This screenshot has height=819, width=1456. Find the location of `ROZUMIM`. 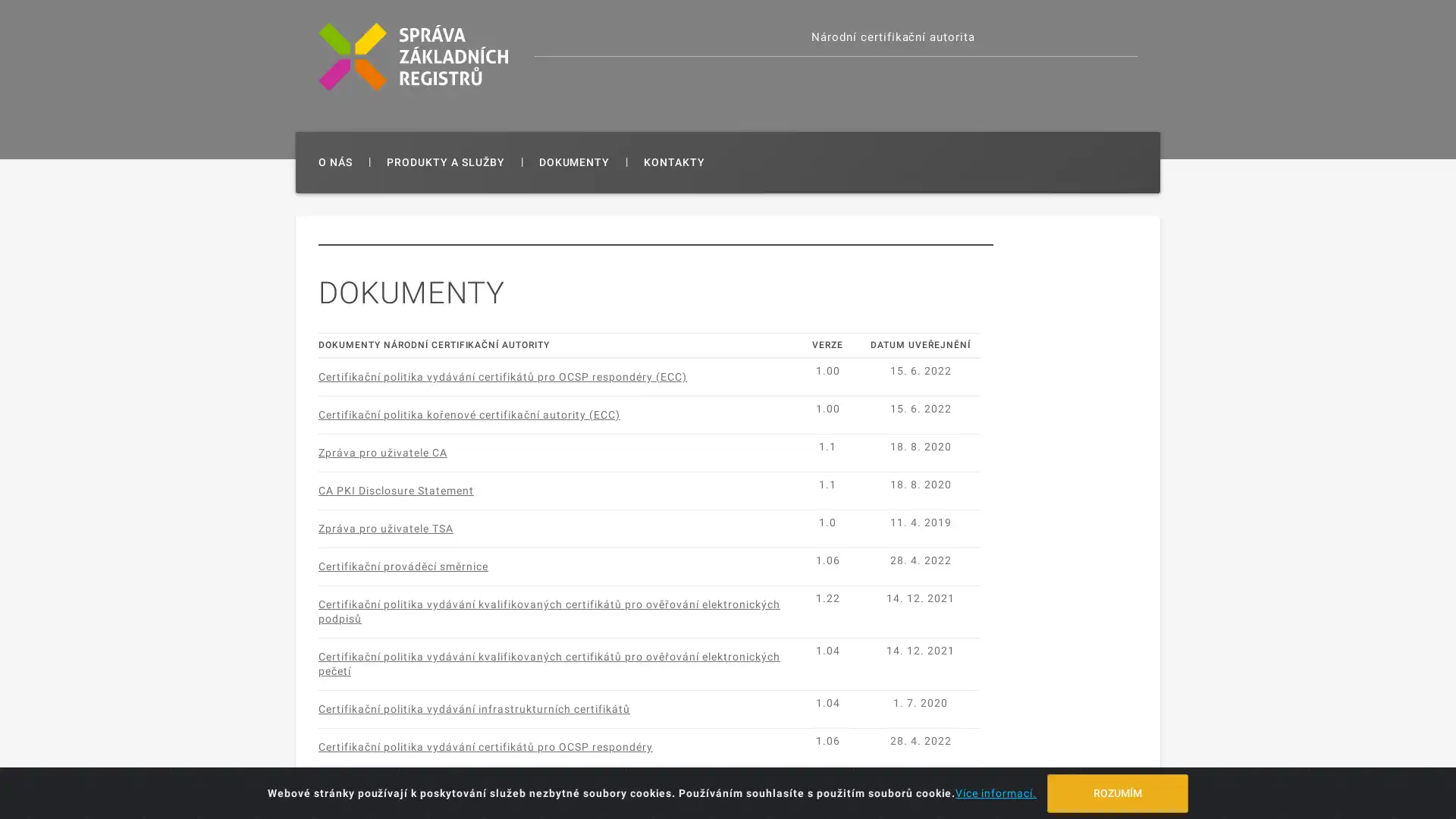

ROZUMIM is located at coordinates (1117, 792).